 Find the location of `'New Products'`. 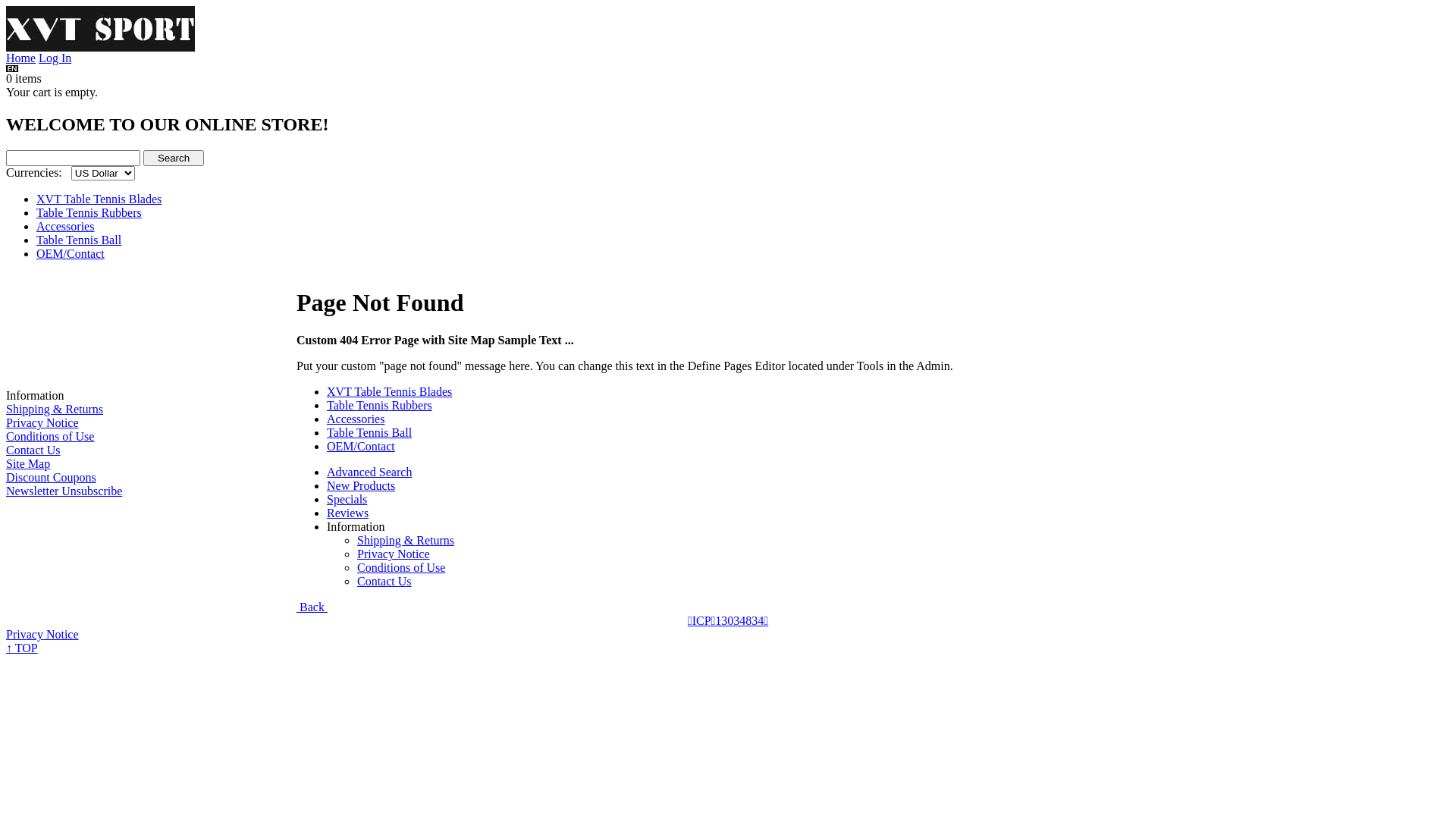

'New Products' is located at coordinates (359, 485).